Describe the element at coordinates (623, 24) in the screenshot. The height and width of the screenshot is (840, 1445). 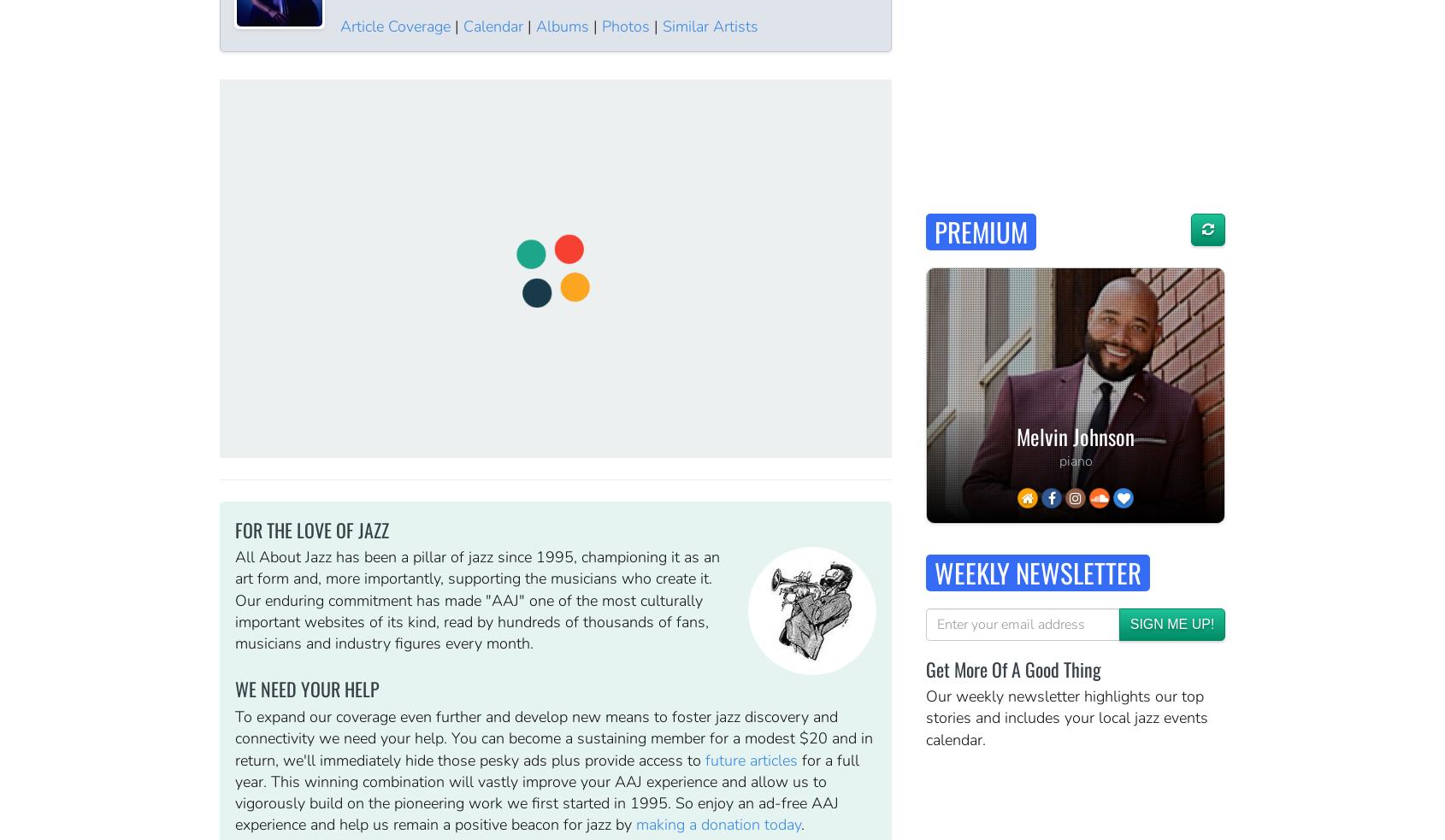
I see `'Photos'` at that location.